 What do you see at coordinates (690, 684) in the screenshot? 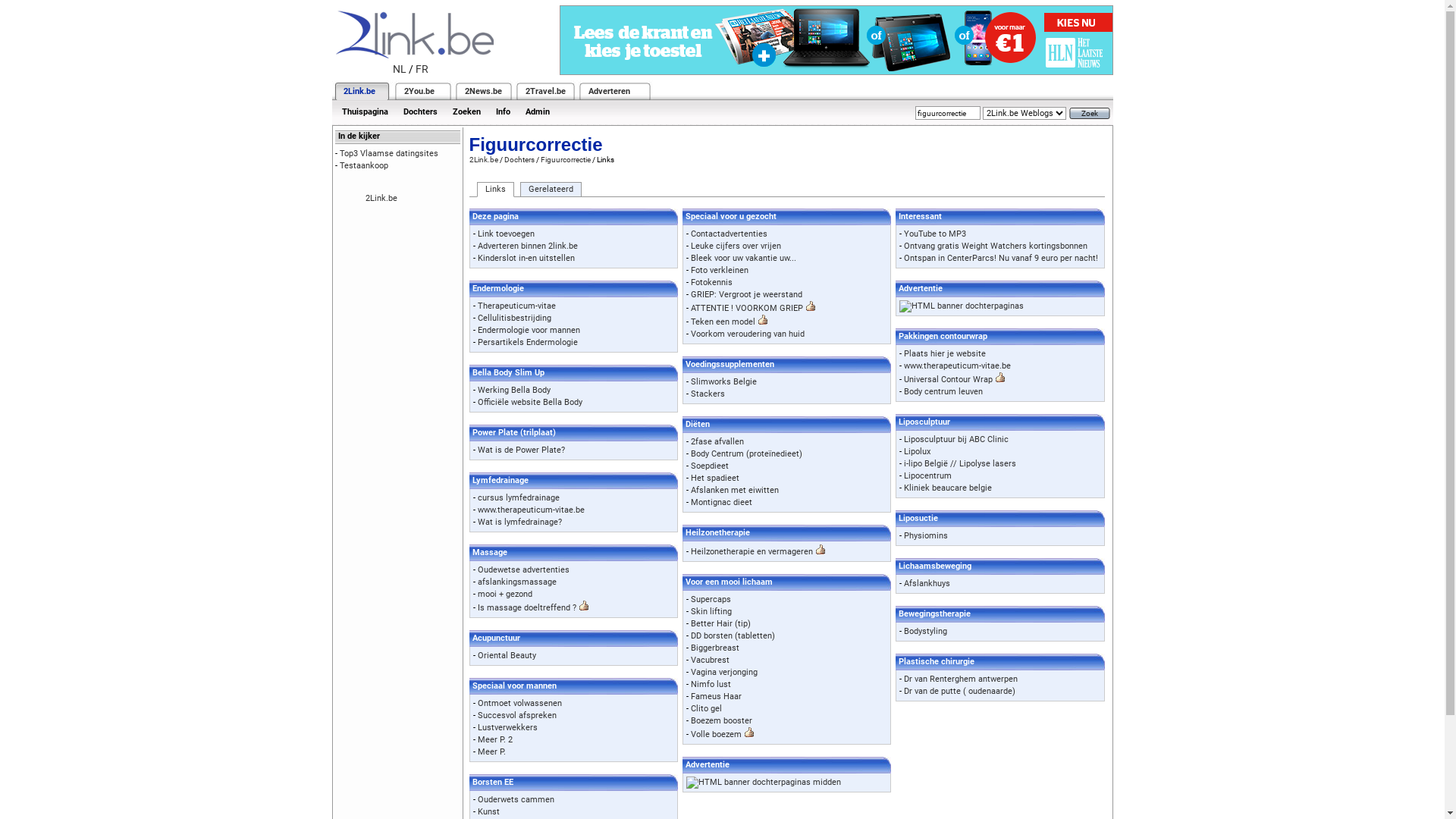
I see `'Nimfo lust'` at bounding box center [690, 684].